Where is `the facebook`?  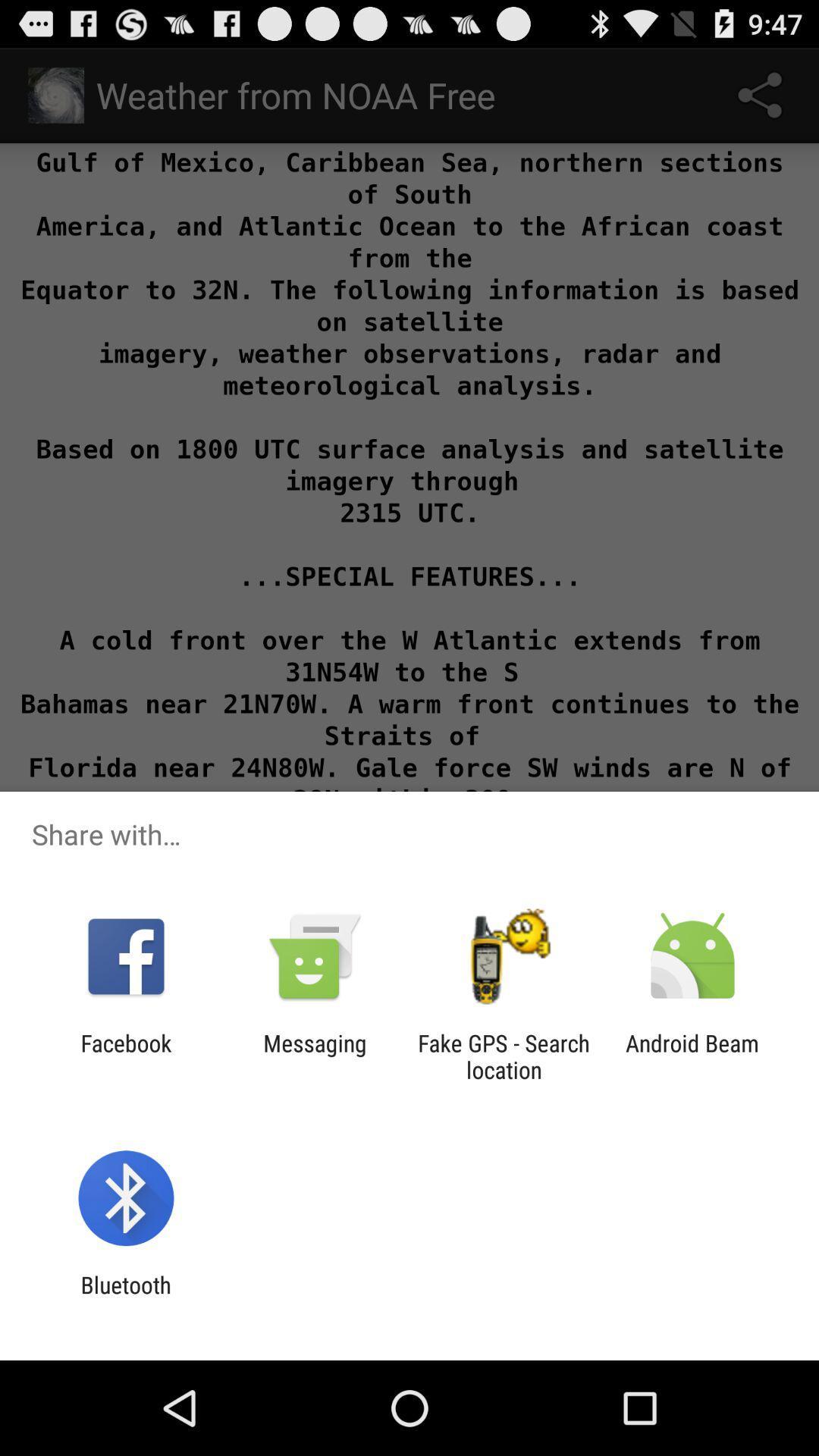 the facebook is located at coordinates (125, 1056).